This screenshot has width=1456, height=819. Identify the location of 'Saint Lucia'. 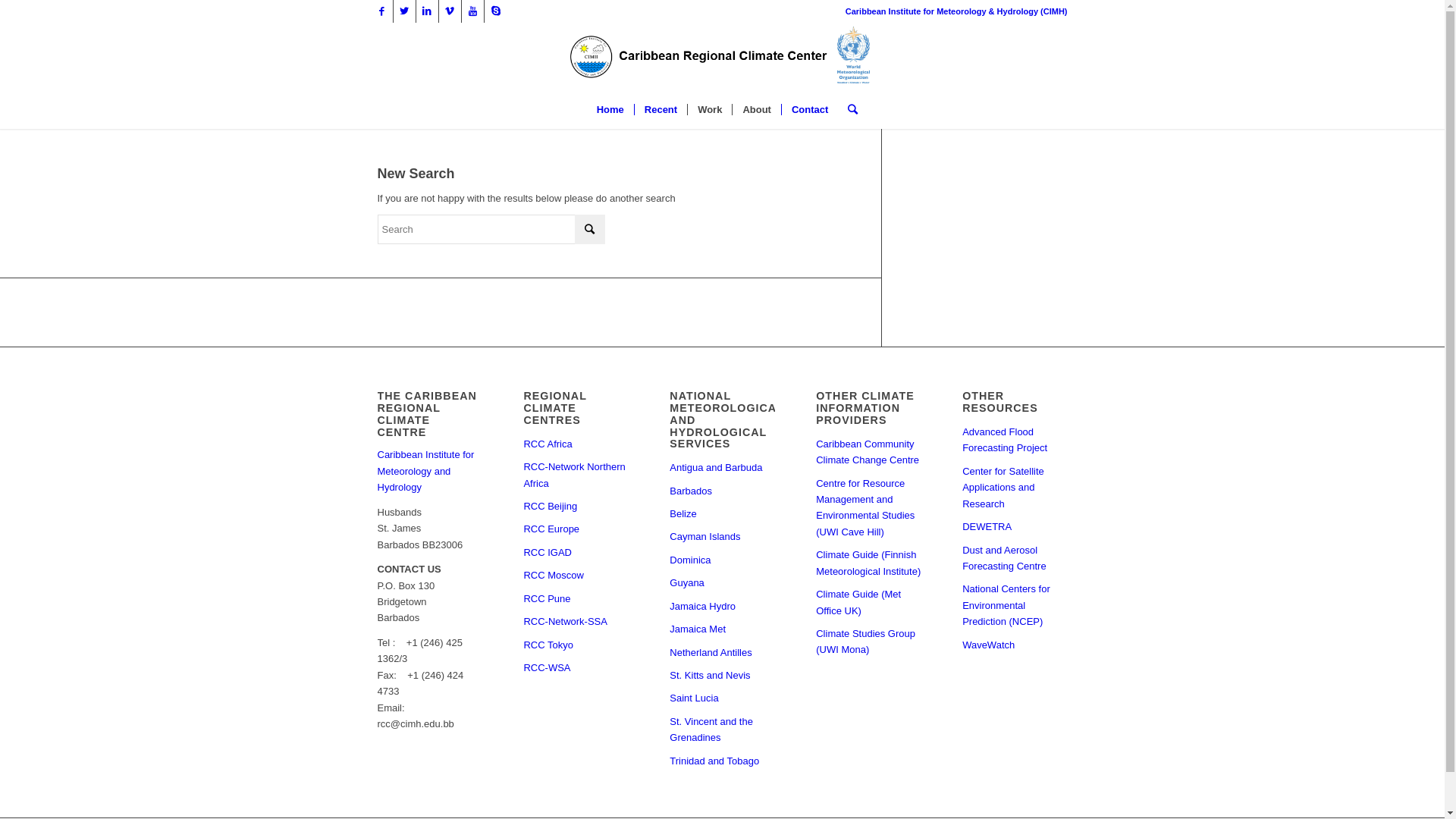
(720, 698).